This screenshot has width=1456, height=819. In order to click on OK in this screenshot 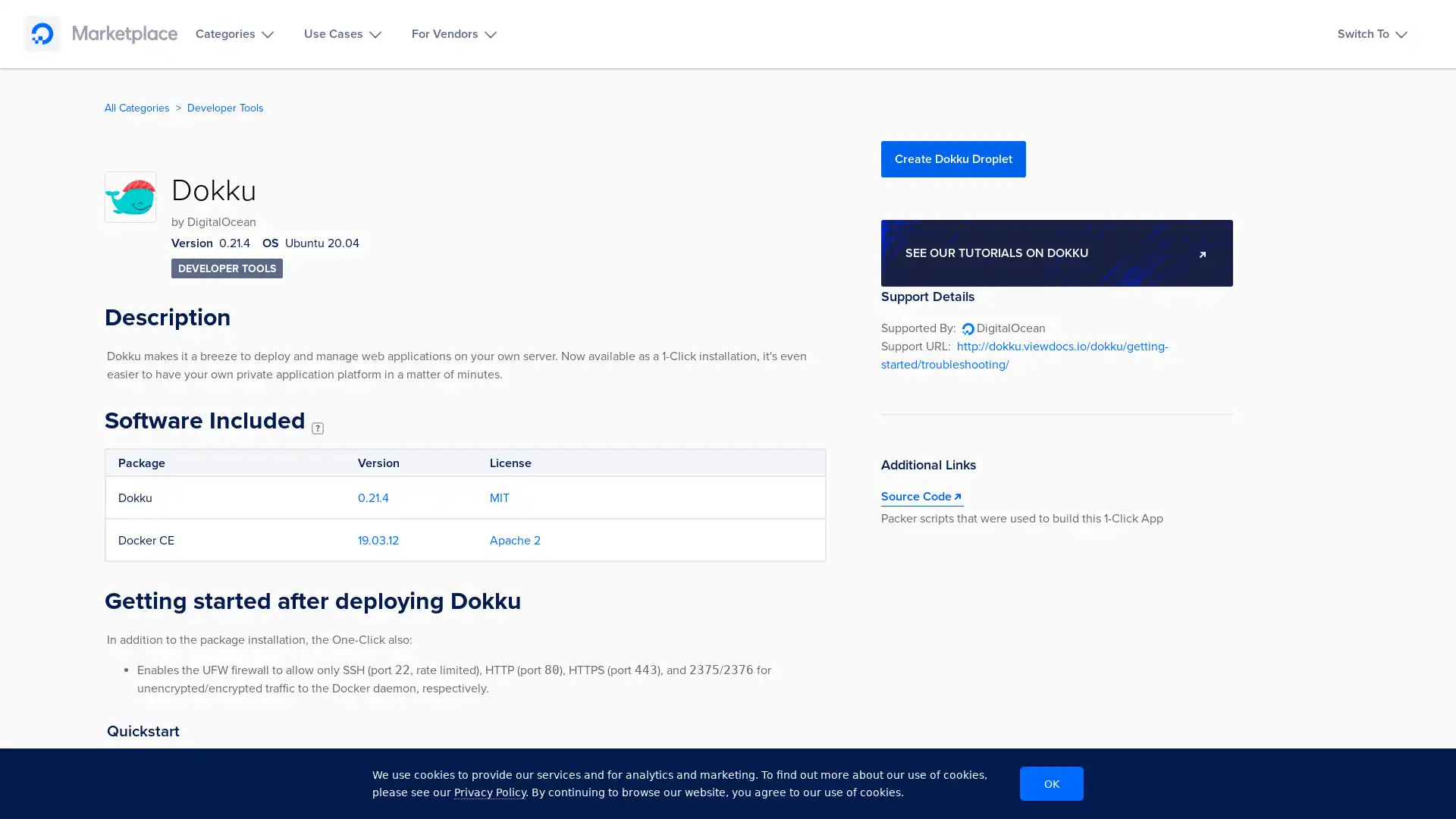, I will do `click(1051, 783)`.